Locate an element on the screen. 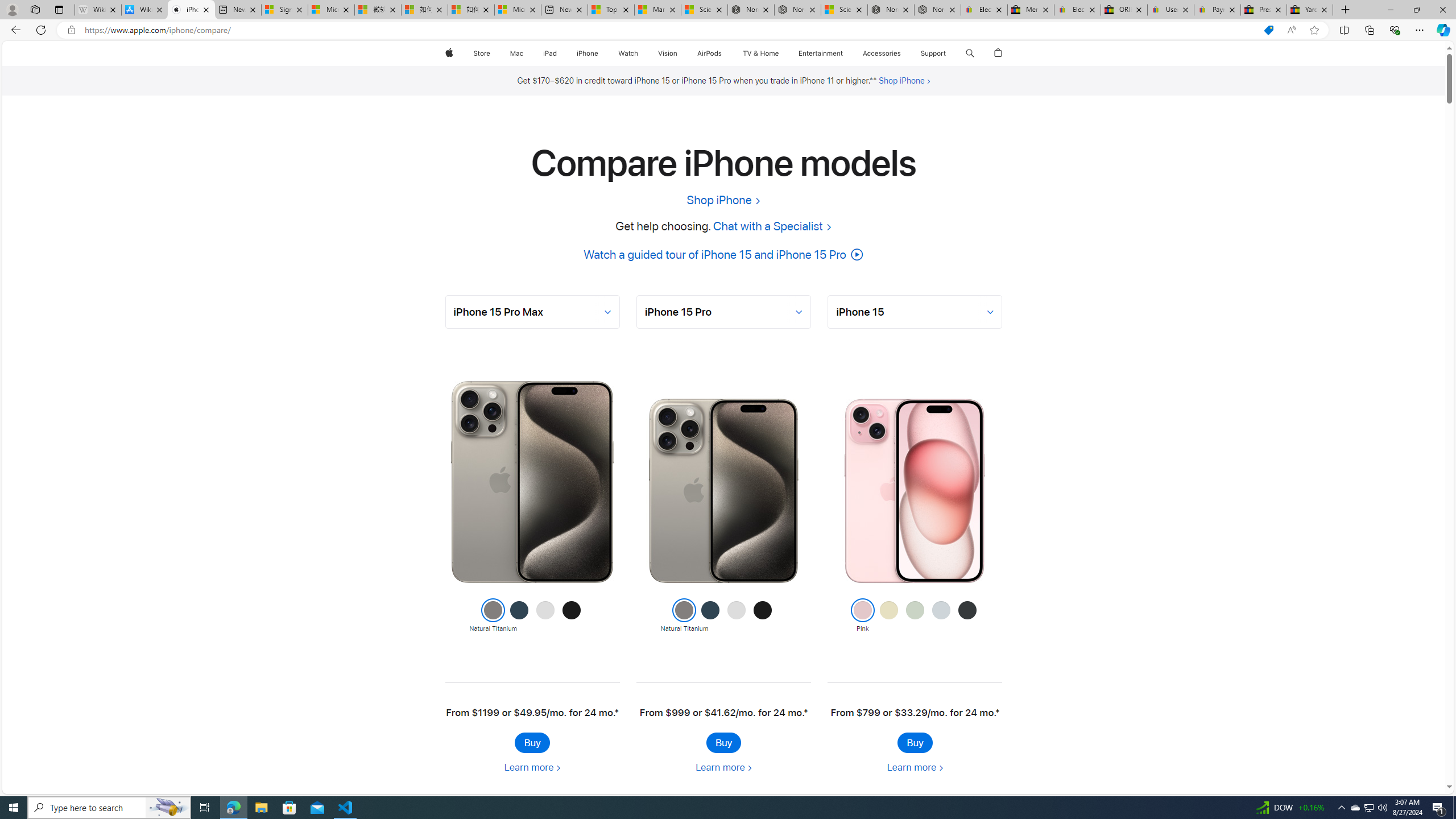  'Store' is located at coordinates (481, 53).